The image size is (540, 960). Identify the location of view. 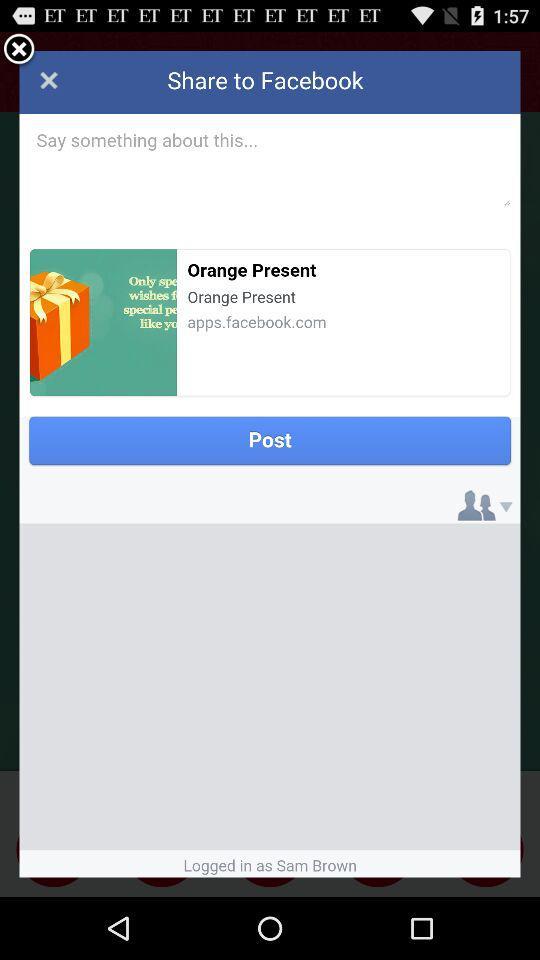
(18, 49).